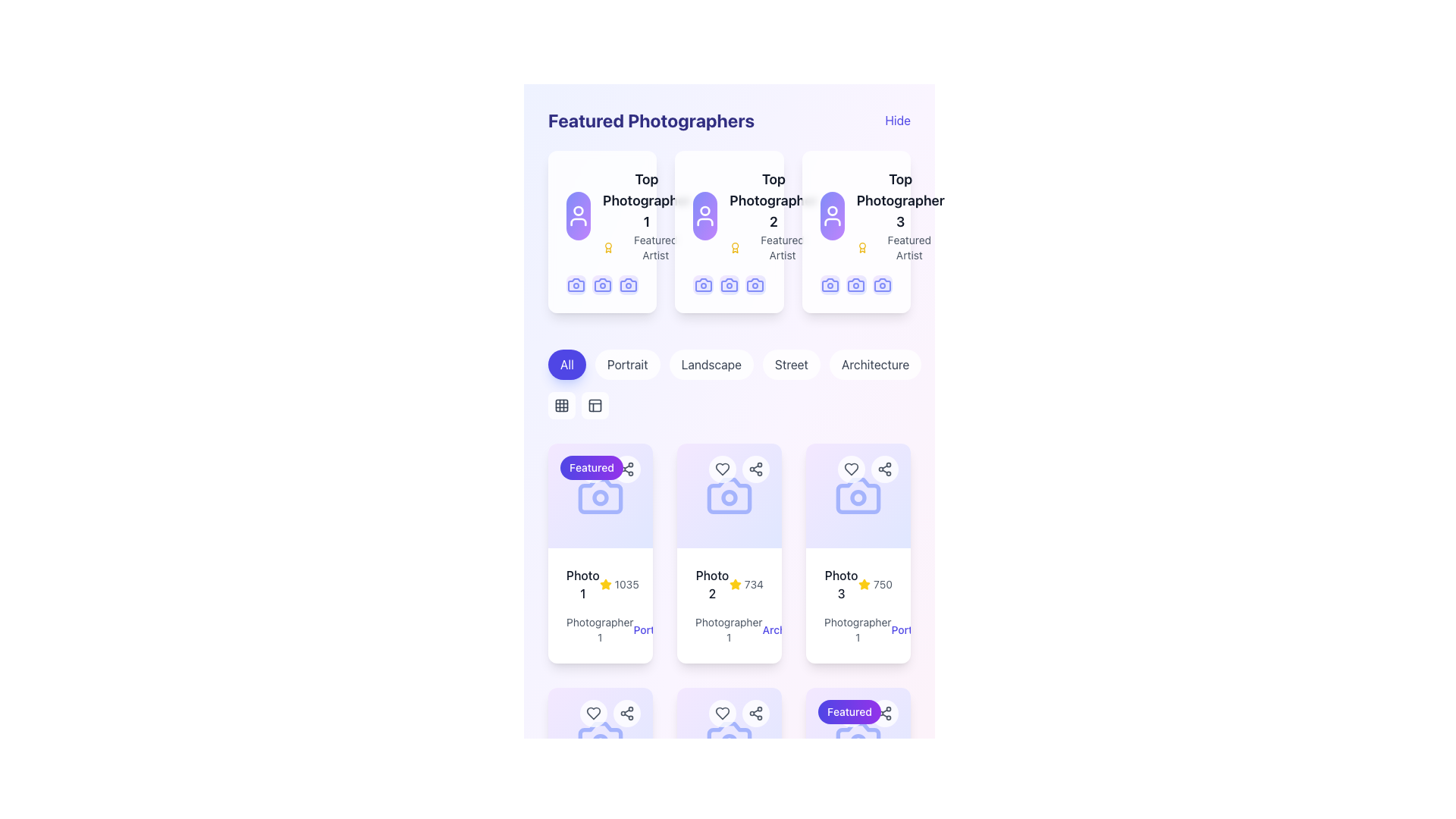  Describe the element at coordinates (722, 468) in the screenshot. I see `the heart-shaped icon representing liking or favoritism, located in the second row of the item grid, specifically the third interactive icon in the top-right corner of the 'Photo 2' card` at that location.